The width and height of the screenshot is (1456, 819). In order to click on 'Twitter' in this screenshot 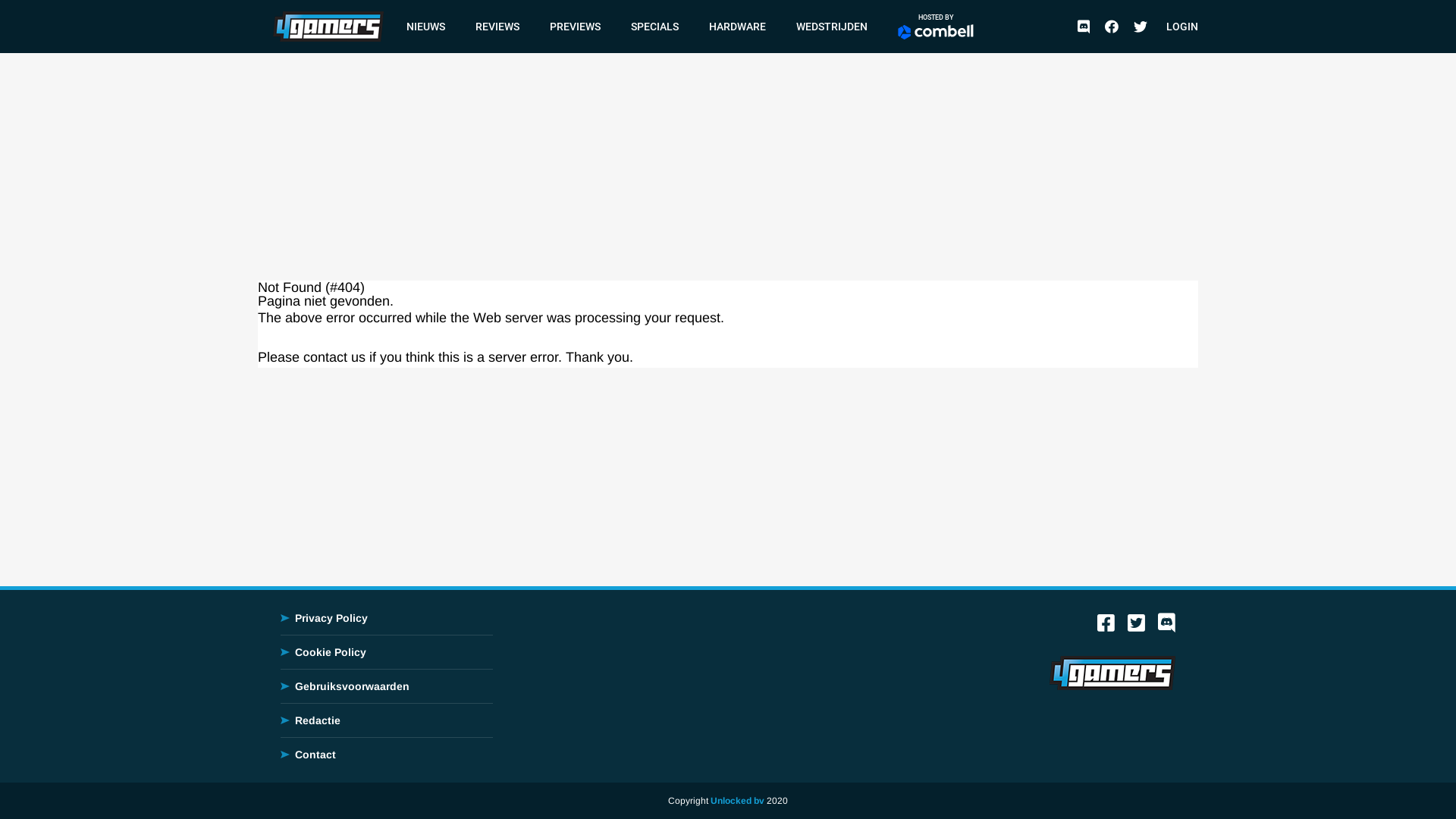, I will do `click(1140, 26)`.